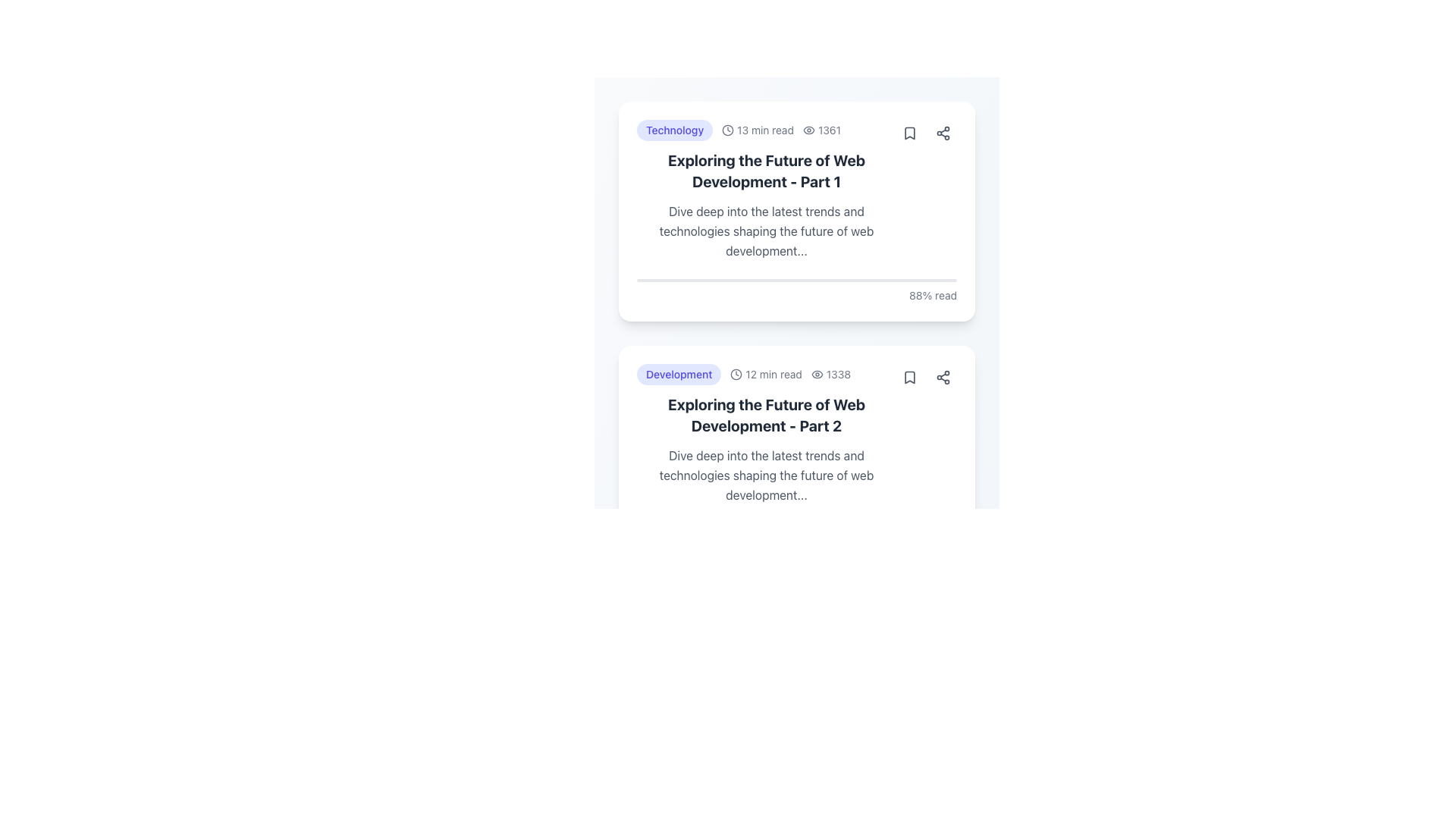  What do you see at coordinates (910, 376) in the screenshot?
I see `the bookmark icon located at the top right corner of the second article card titled 'Exploring the Future of Web Development - Part 2'` at bounding box center [910, 376].